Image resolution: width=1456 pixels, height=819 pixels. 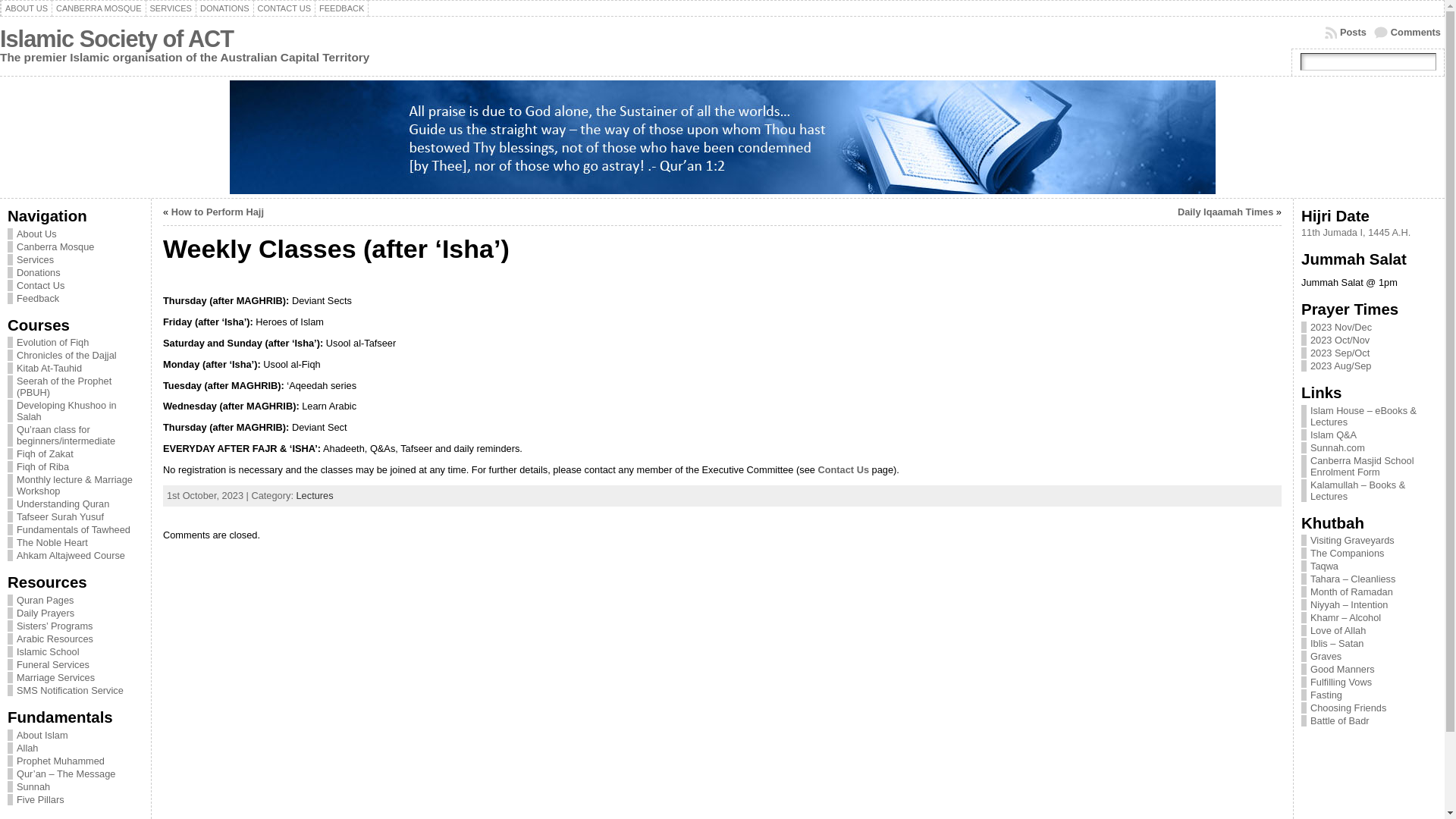 I want to click on 'Love of Allah', so click(x=1338, y=630).